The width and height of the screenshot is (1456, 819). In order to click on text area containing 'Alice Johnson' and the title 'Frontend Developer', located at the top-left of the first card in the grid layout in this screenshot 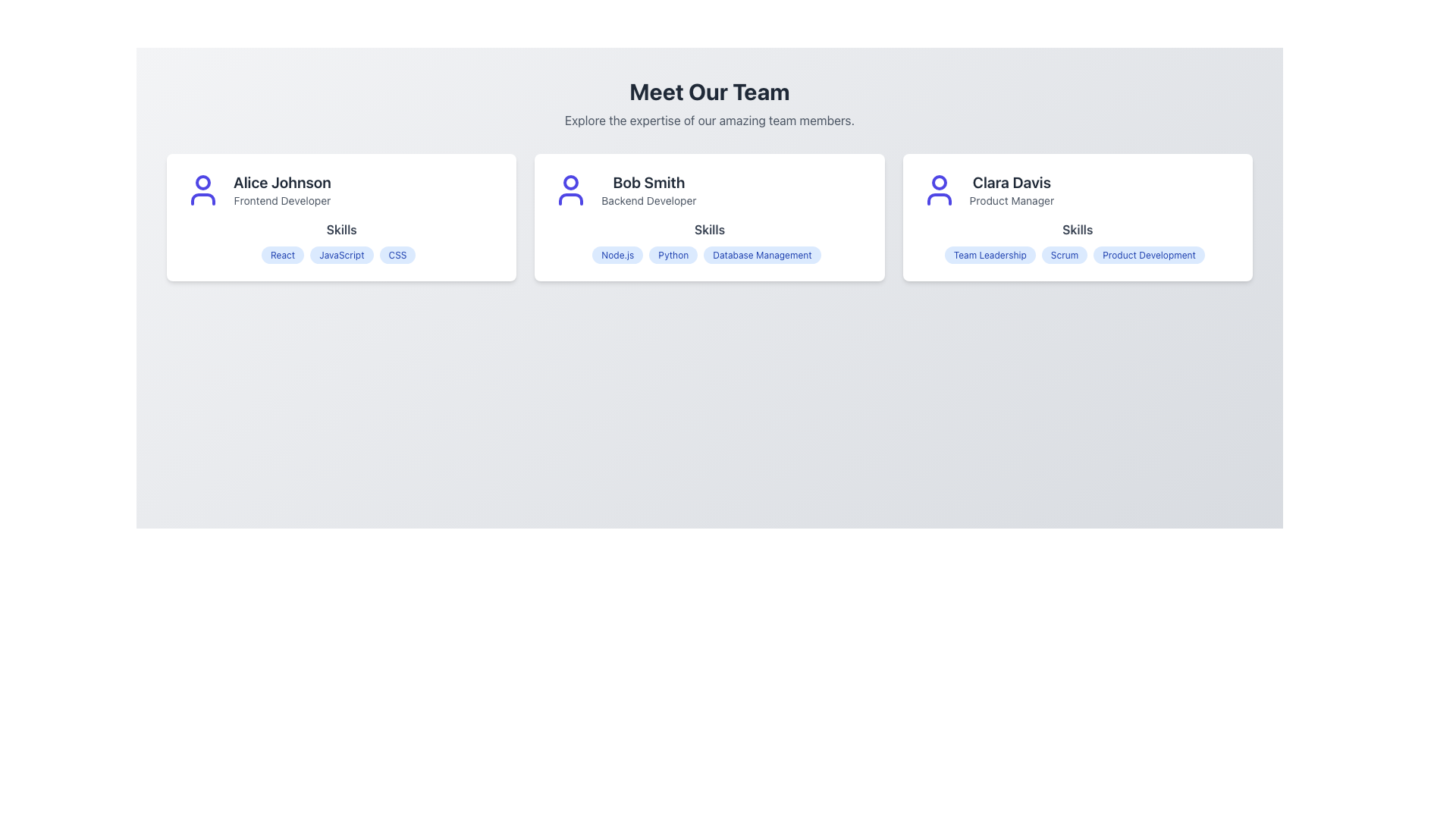, I will do `click(340, 189)`.